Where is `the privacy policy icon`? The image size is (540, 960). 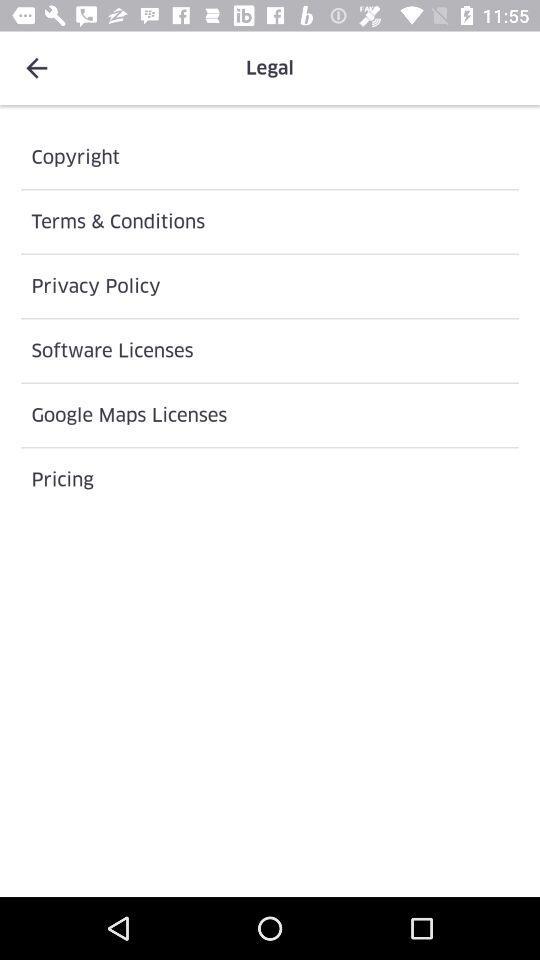
the privacy policy icon is located at coordinates (270, 285).